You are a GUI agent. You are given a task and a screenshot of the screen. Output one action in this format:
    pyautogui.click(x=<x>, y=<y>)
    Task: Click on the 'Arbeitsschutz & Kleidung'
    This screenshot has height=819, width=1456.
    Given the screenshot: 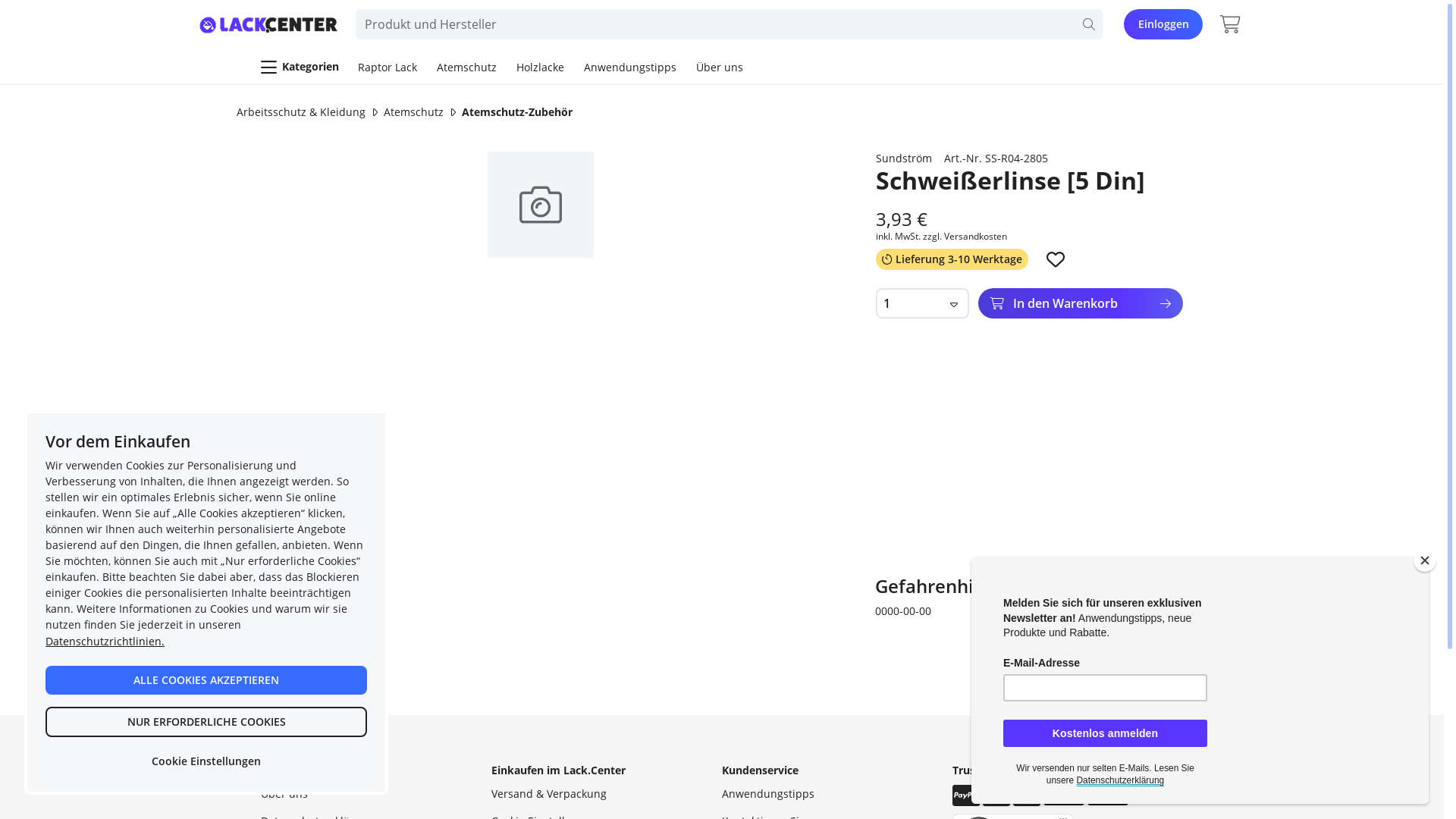 What is the action you would take?
    pyautogui.click(x=236, y=111)
    